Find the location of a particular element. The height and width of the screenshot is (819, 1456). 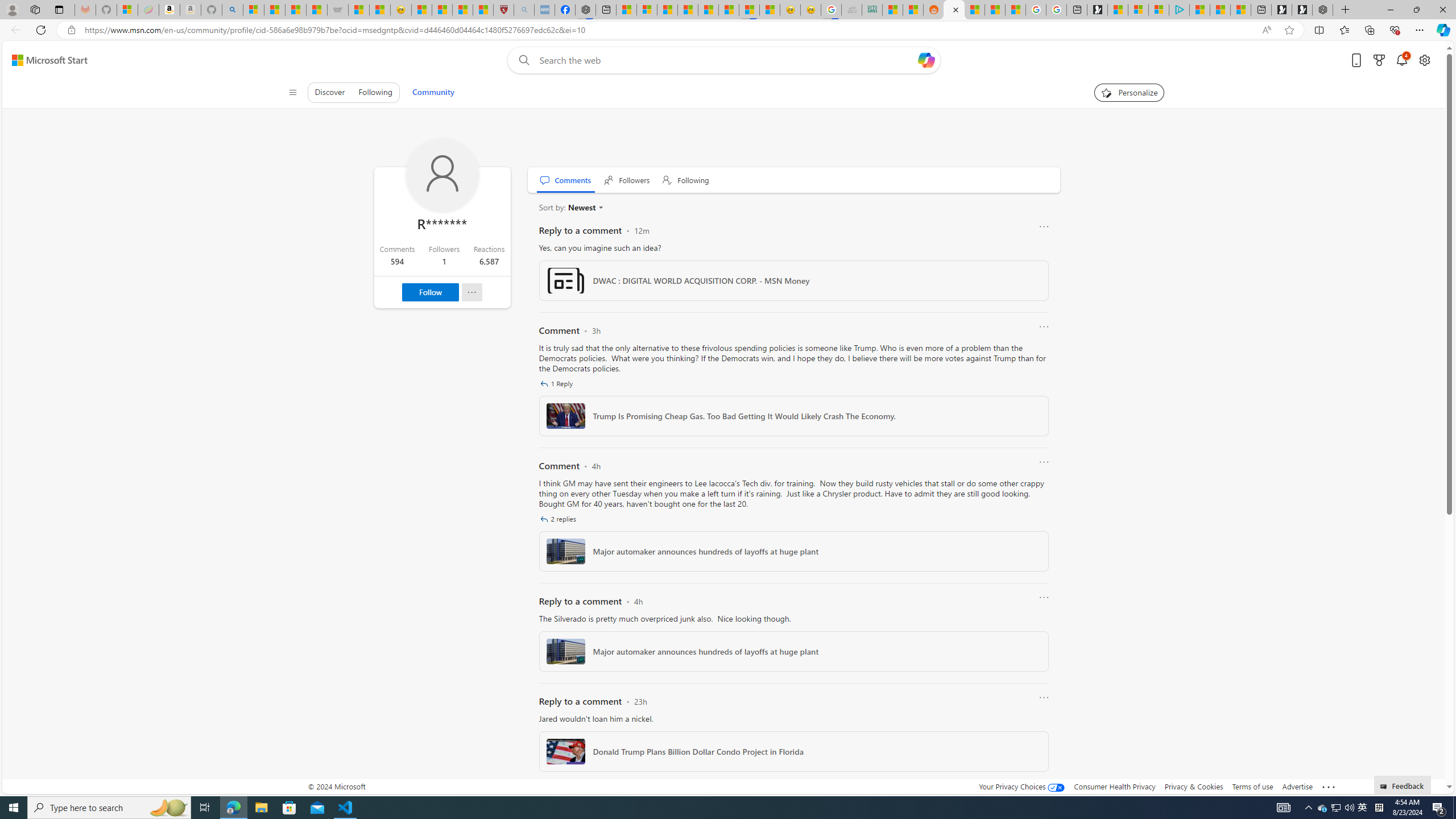

'2 replies' is located at coordinates (559, 518).